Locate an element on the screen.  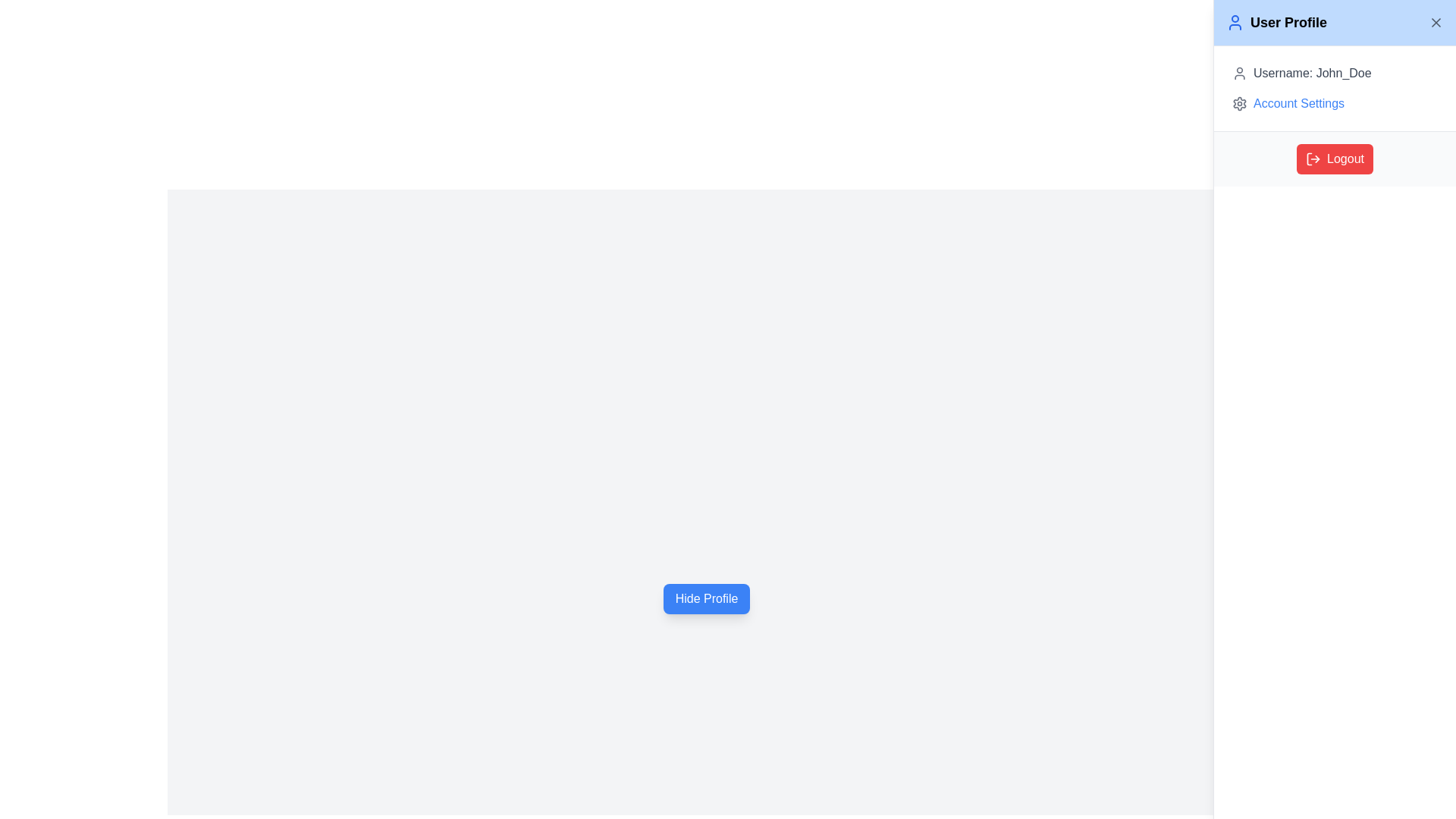
the settings icon located to the immediate left of the 'Account Settings' text is located at coordinates (1240, 103).